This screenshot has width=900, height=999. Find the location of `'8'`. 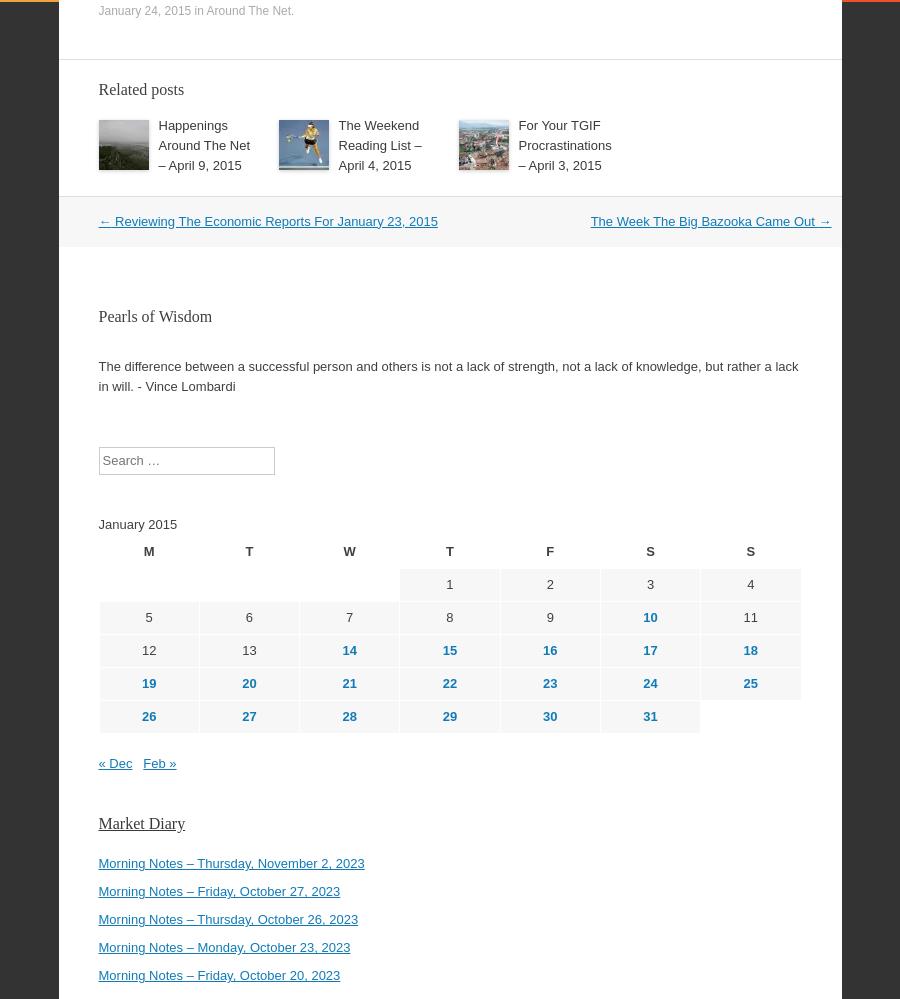

'8' is located at coordinates (449, 562).